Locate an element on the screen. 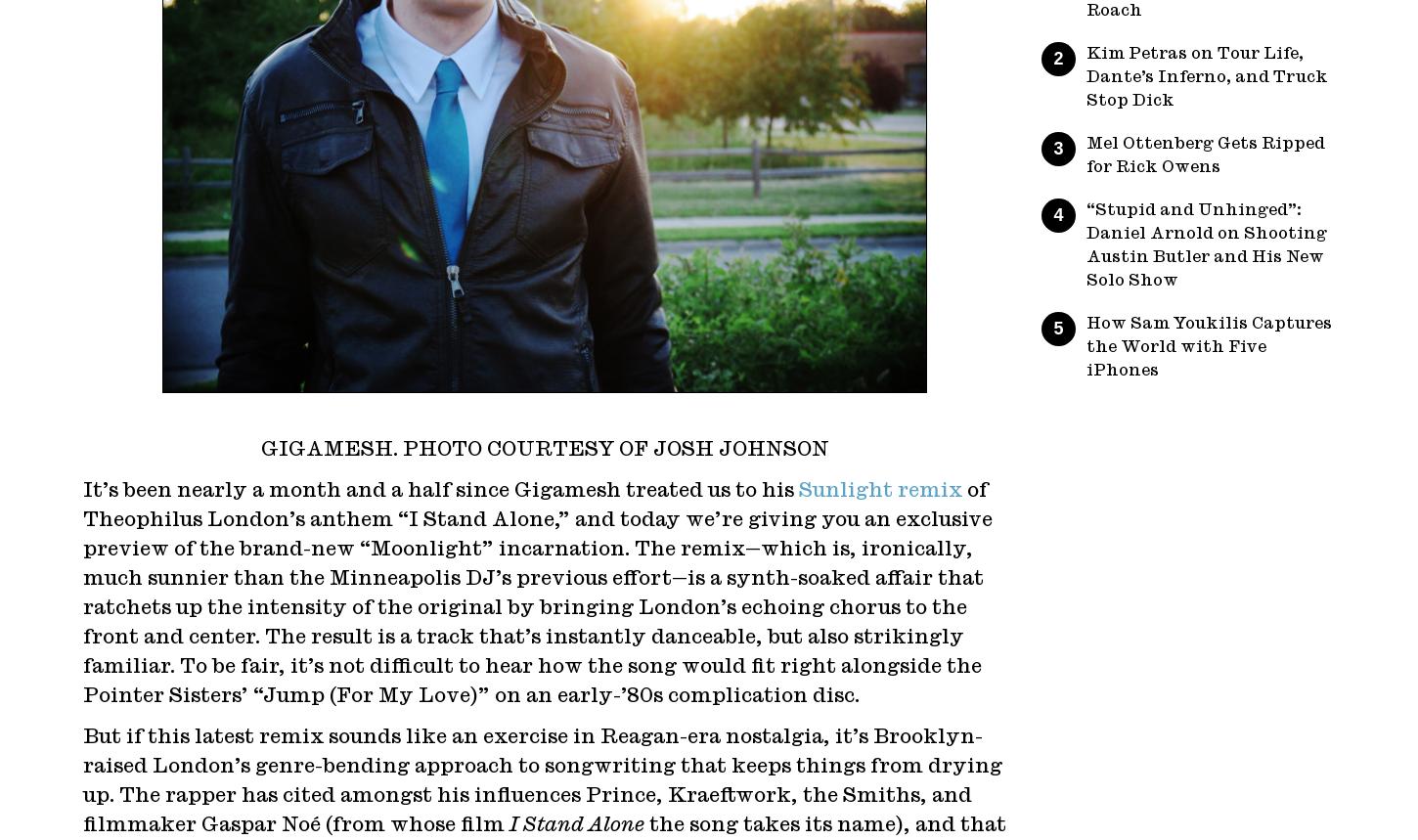  '“Stupid and Unhinged”: Daniel Arnold on Shooting Austin Butler and His New Solo Show' is located at coordinates (1206, 243).